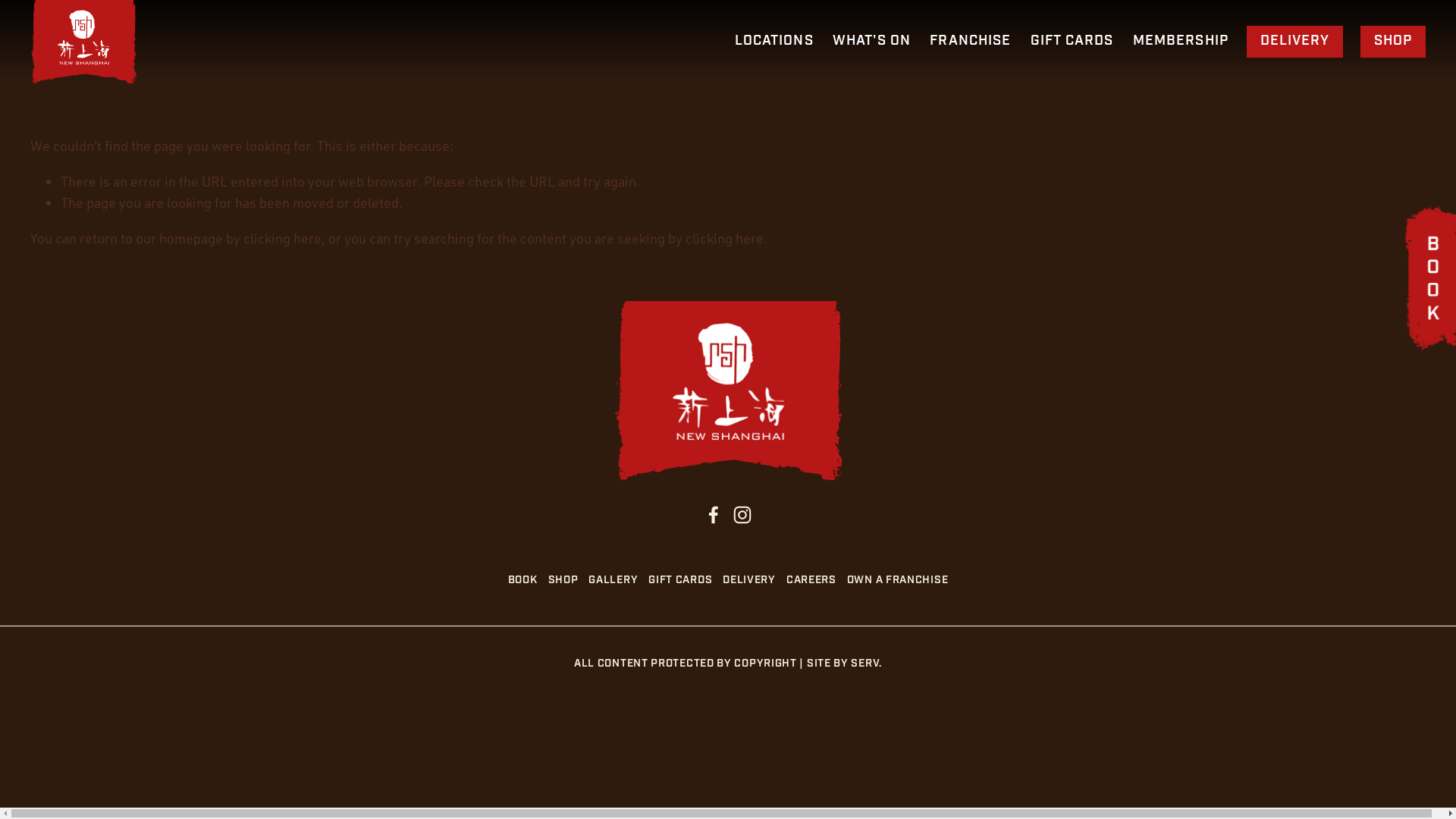 The image size is (1456, 819). Describe the element at coordinates (243, 237) in the screenshot. I see `'clicking here'` at that location.